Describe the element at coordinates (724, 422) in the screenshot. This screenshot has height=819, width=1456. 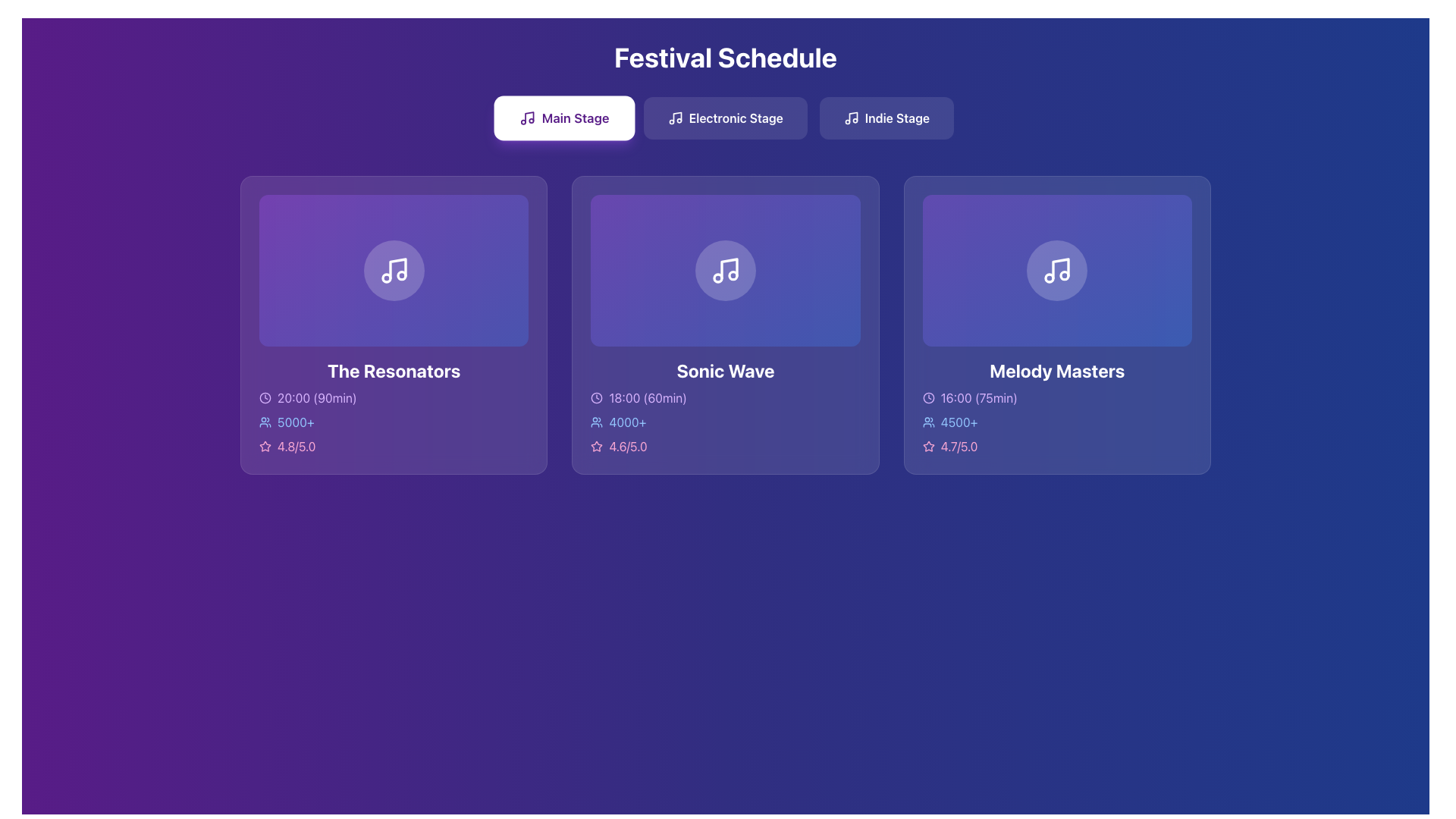
I see `number of attendees from the composite UI element indicating popularity for the 'Sonic Wave' event, located under '18:00 (60min)' and above the rating '4.6/5.0'` at that location.